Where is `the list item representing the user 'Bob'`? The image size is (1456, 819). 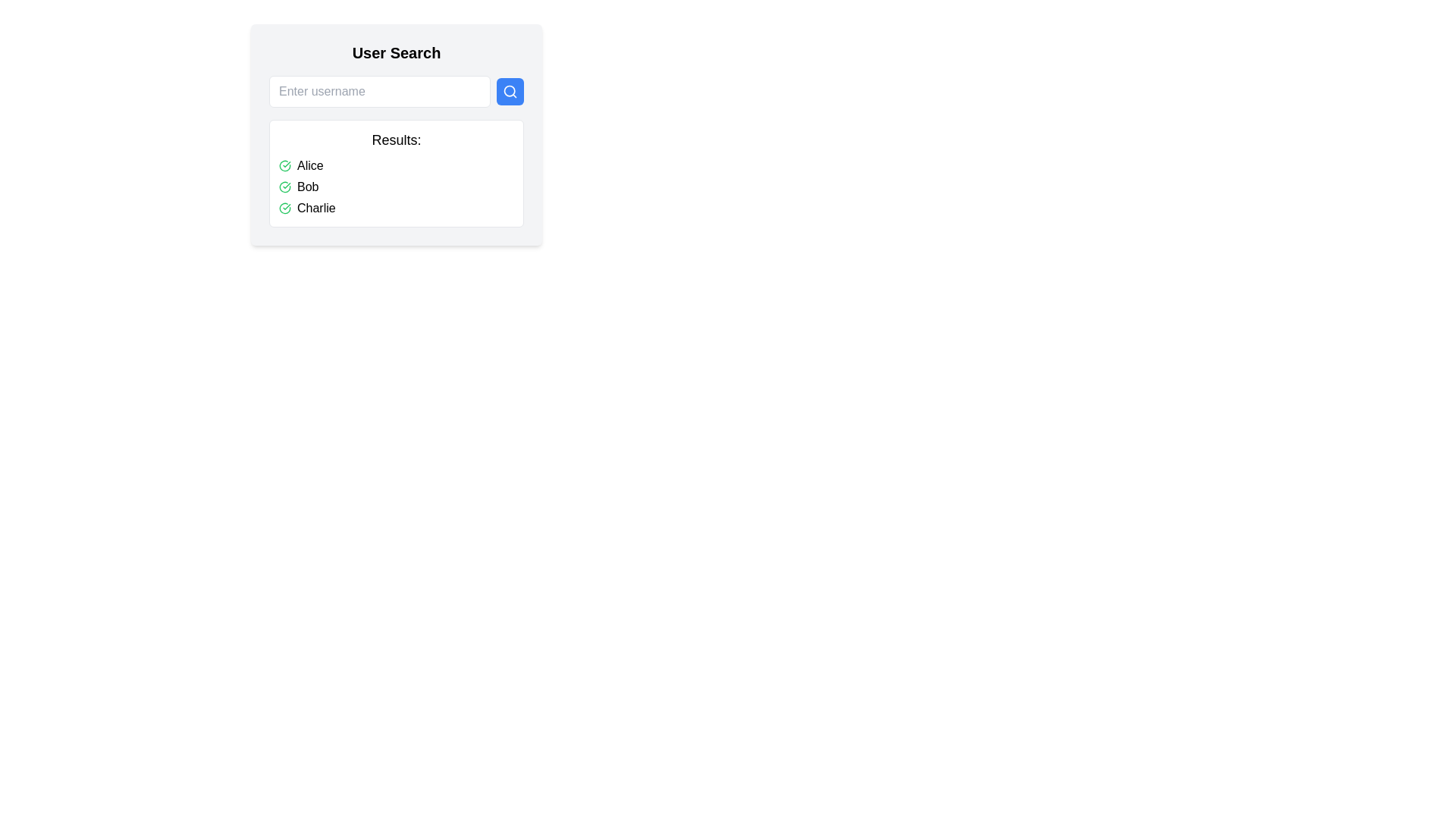 the list item representing the user 'Bob' is located at coordinates (397, 186).